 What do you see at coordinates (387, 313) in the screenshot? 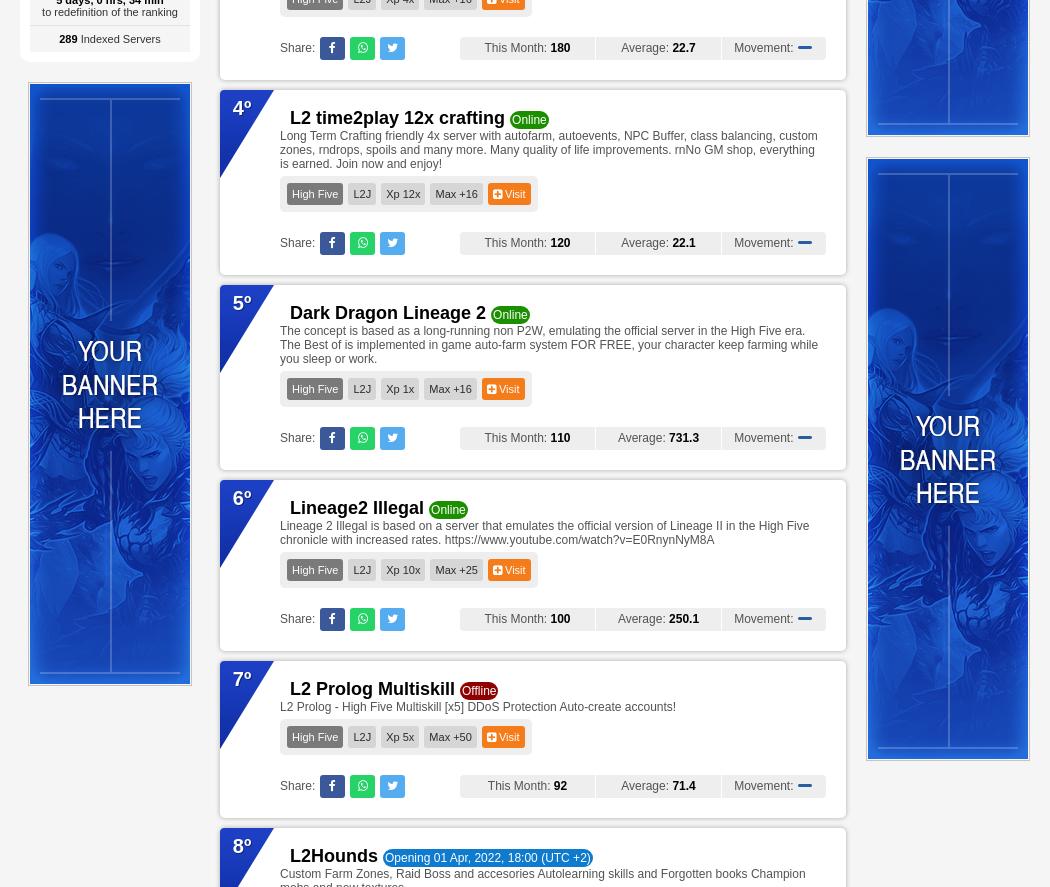
I see `'Dark Dragon Lineage 2'` at bounding box center [387, 313].